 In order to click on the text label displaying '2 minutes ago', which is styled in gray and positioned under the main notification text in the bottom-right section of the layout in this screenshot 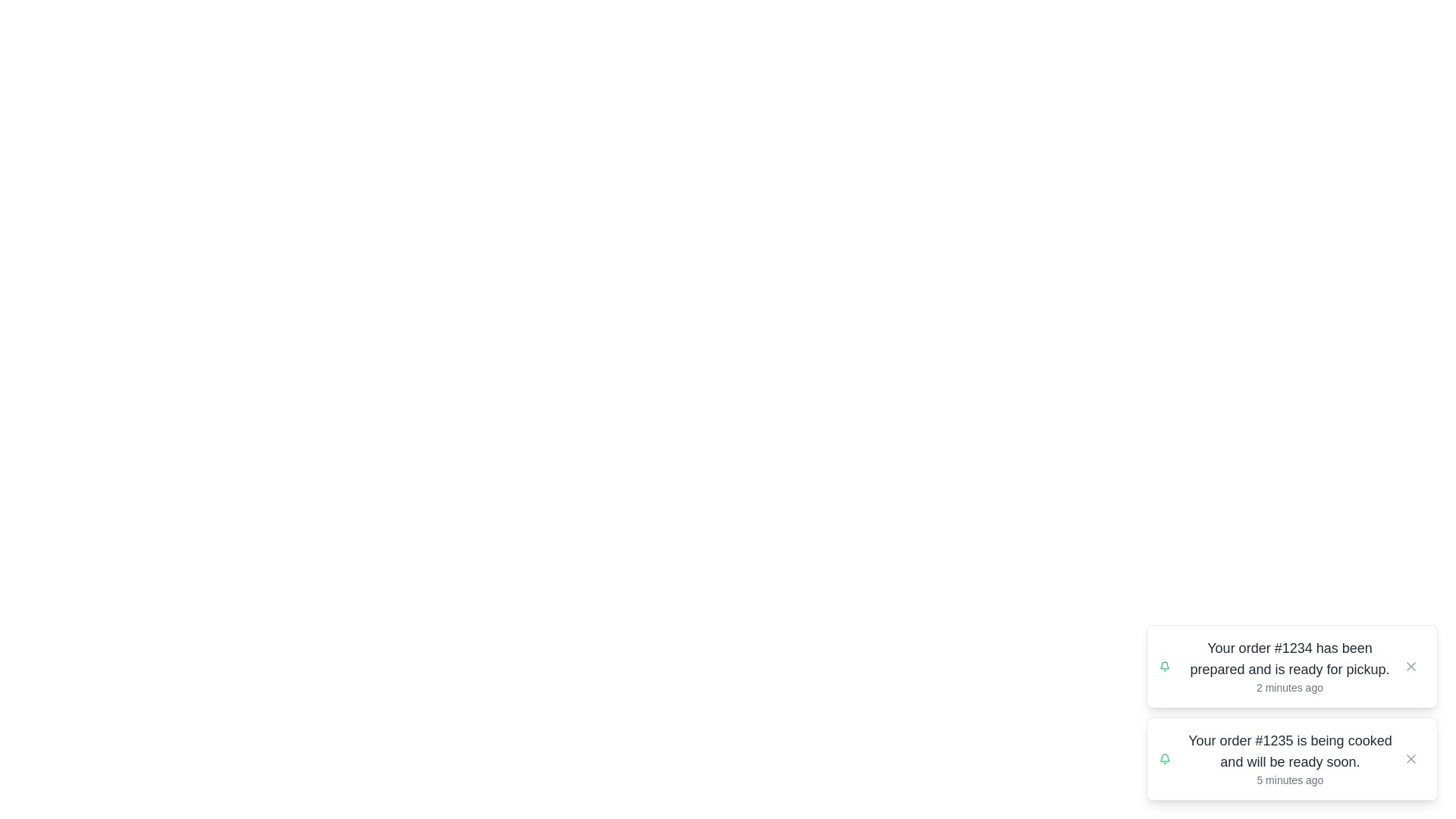, I will do `click(1288, 687)`.